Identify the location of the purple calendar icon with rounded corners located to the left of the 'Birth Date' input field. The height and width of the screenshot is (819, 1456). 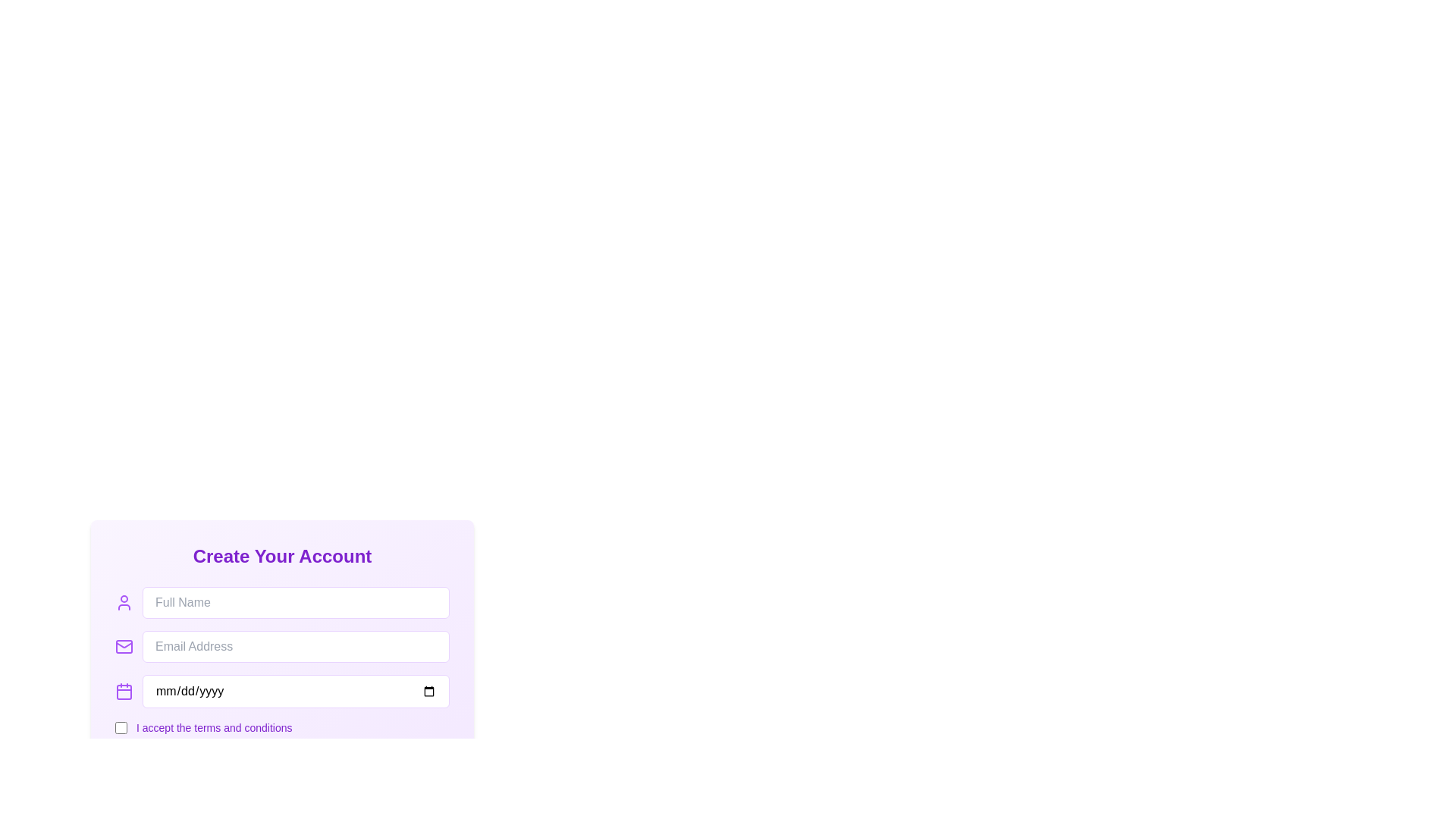
(124, 691).